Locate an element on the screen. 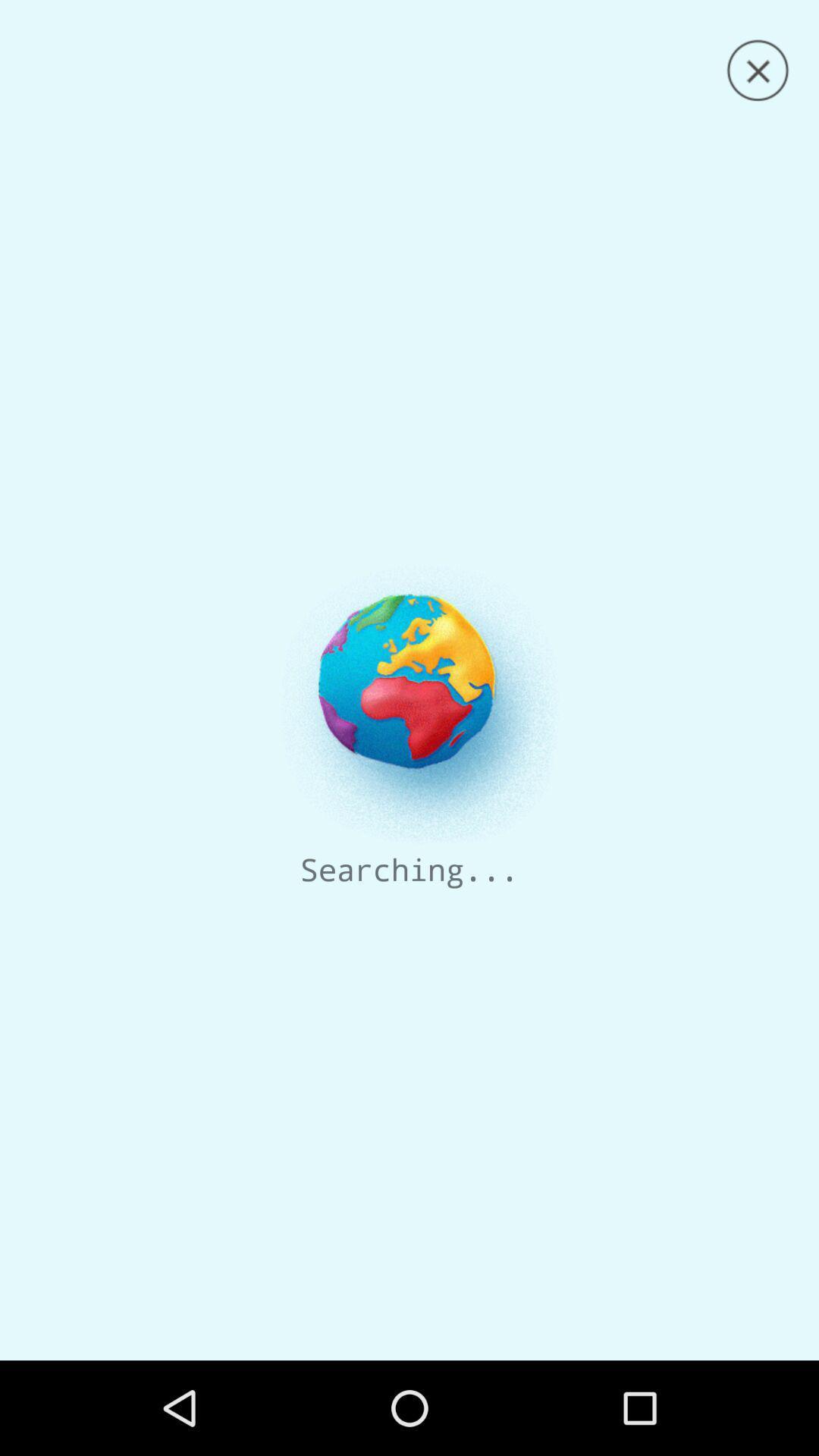 Image resolution: width=819 pixels, height=1456 pixels. icon at the top right corner is located at coordinates (758, 70).